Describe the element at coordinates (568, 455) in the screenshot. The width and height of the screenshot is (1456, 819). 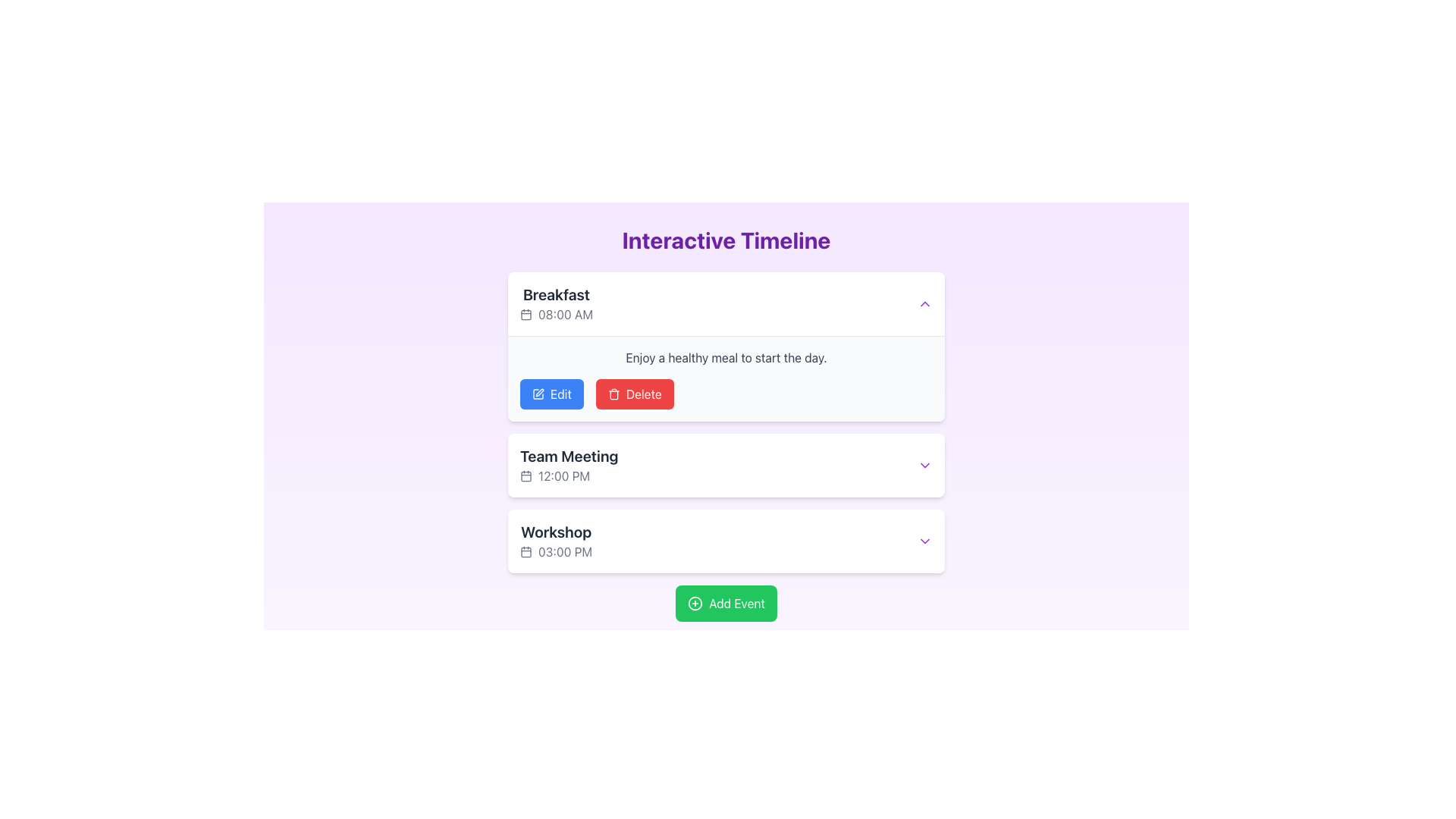
I see `title text for the scheduled event 'Team Meeting' located in the second section of the list under 'Interactive Timeline', positioned above '12:00 PM'` at that location.